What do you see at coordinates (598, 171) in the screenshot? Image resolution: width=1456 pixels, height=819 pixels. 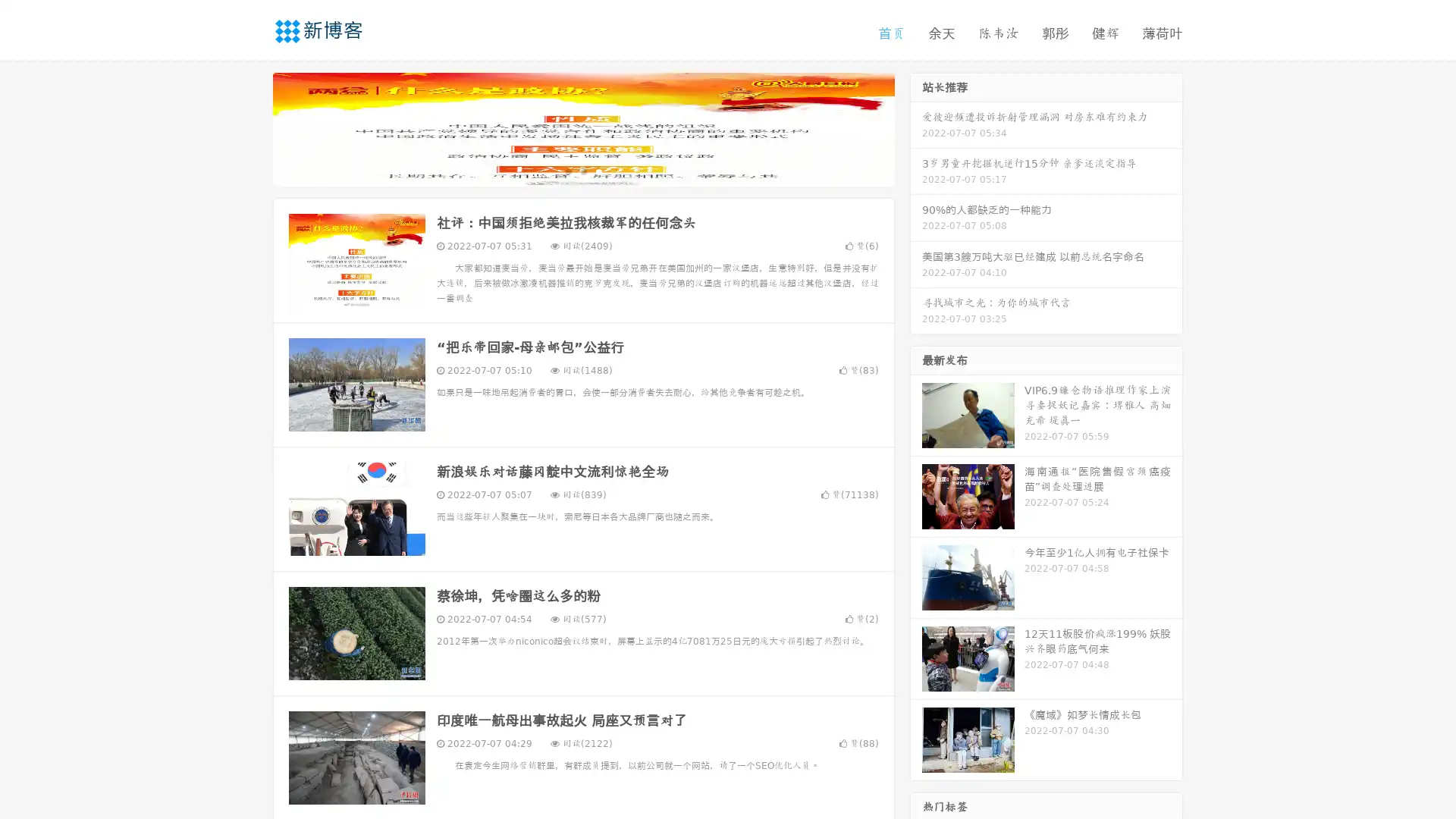 I see `Go to slide 3` at bounding box center [598, 171].